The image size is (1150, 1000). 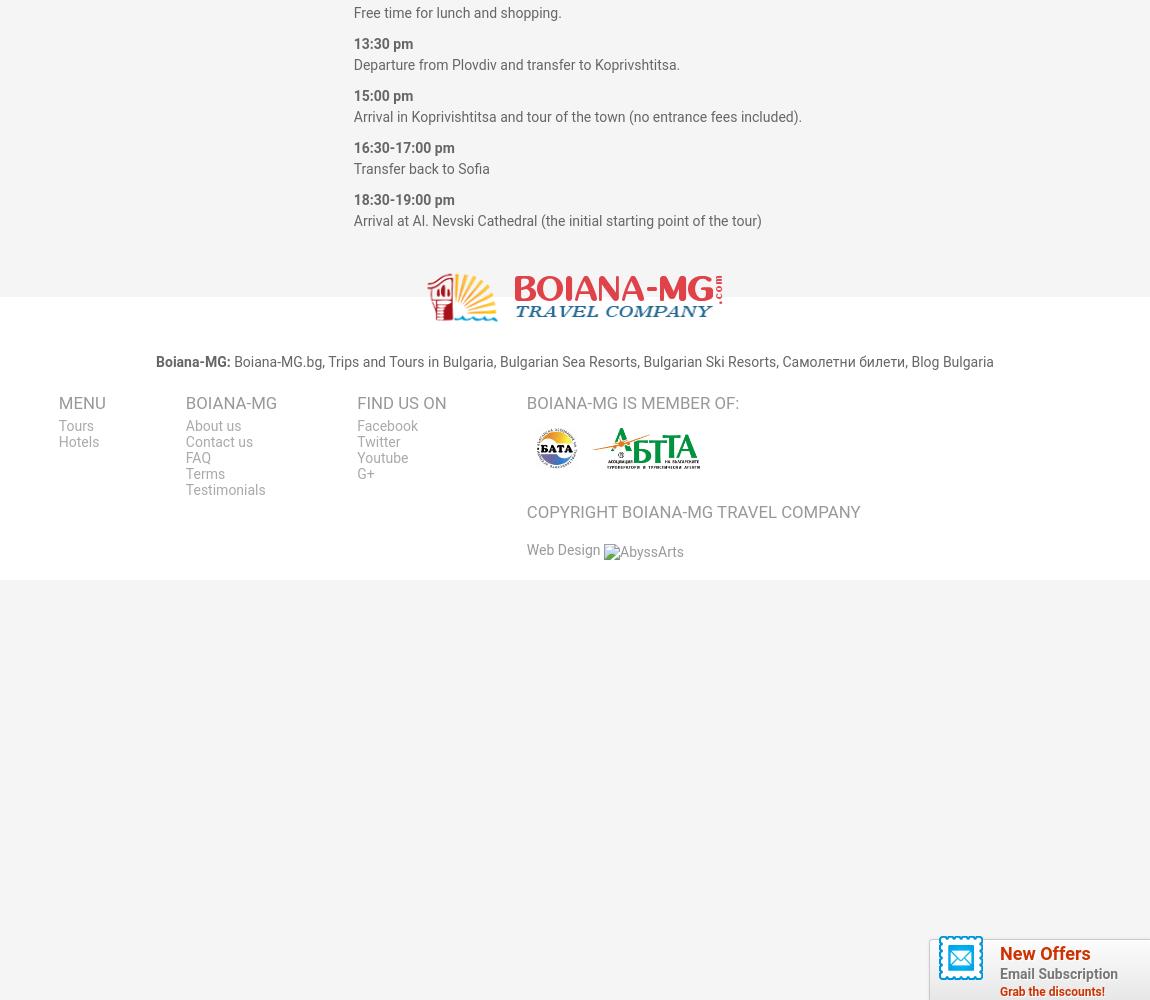 I want to click on 'BOIANA-MG', so click(x=230, y=403).